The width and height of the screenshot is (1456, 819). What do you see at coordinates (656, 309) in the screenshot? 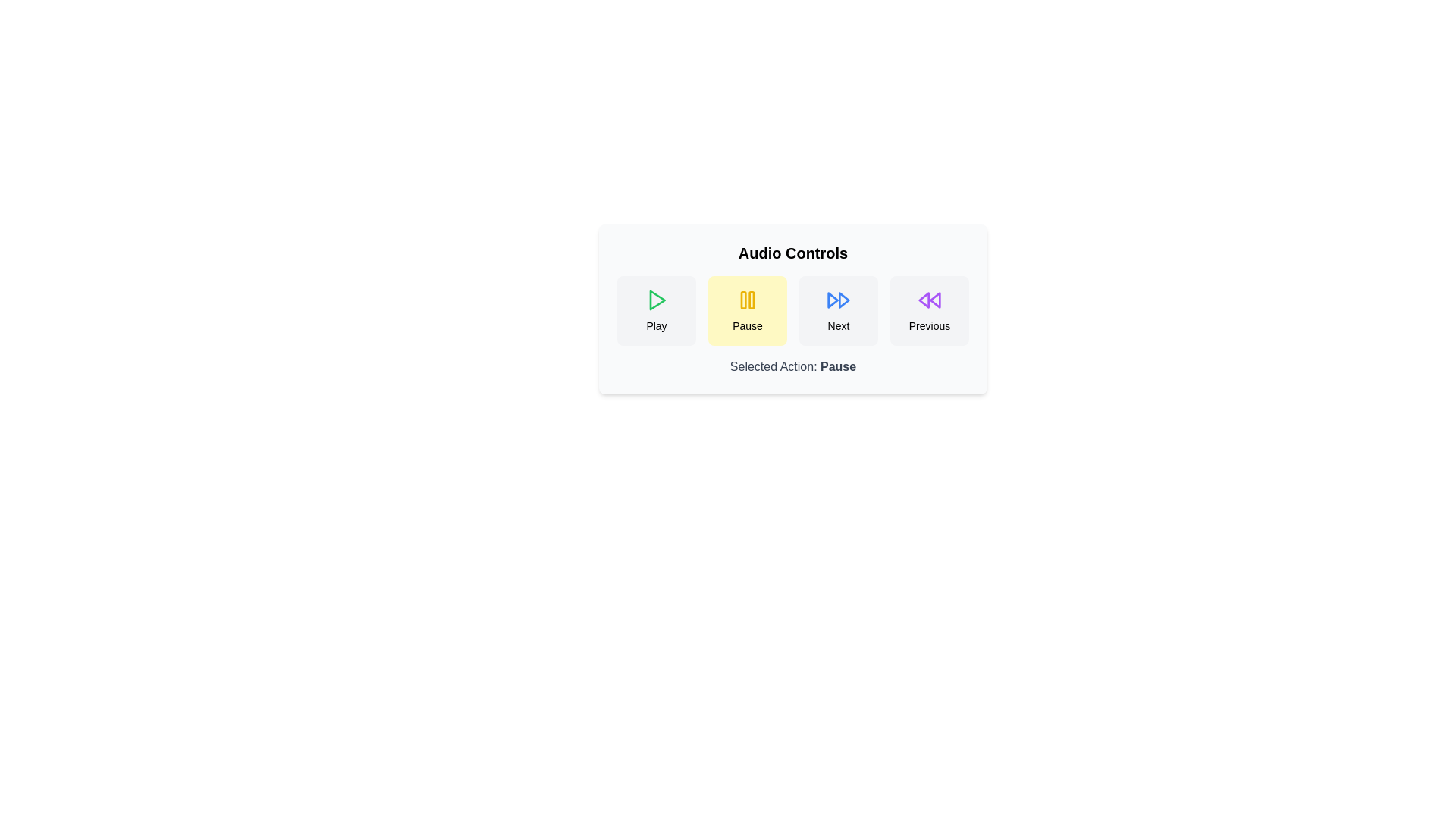
I see `the action Play by clicking on the corresponding button` at bounding box center [656, 309].